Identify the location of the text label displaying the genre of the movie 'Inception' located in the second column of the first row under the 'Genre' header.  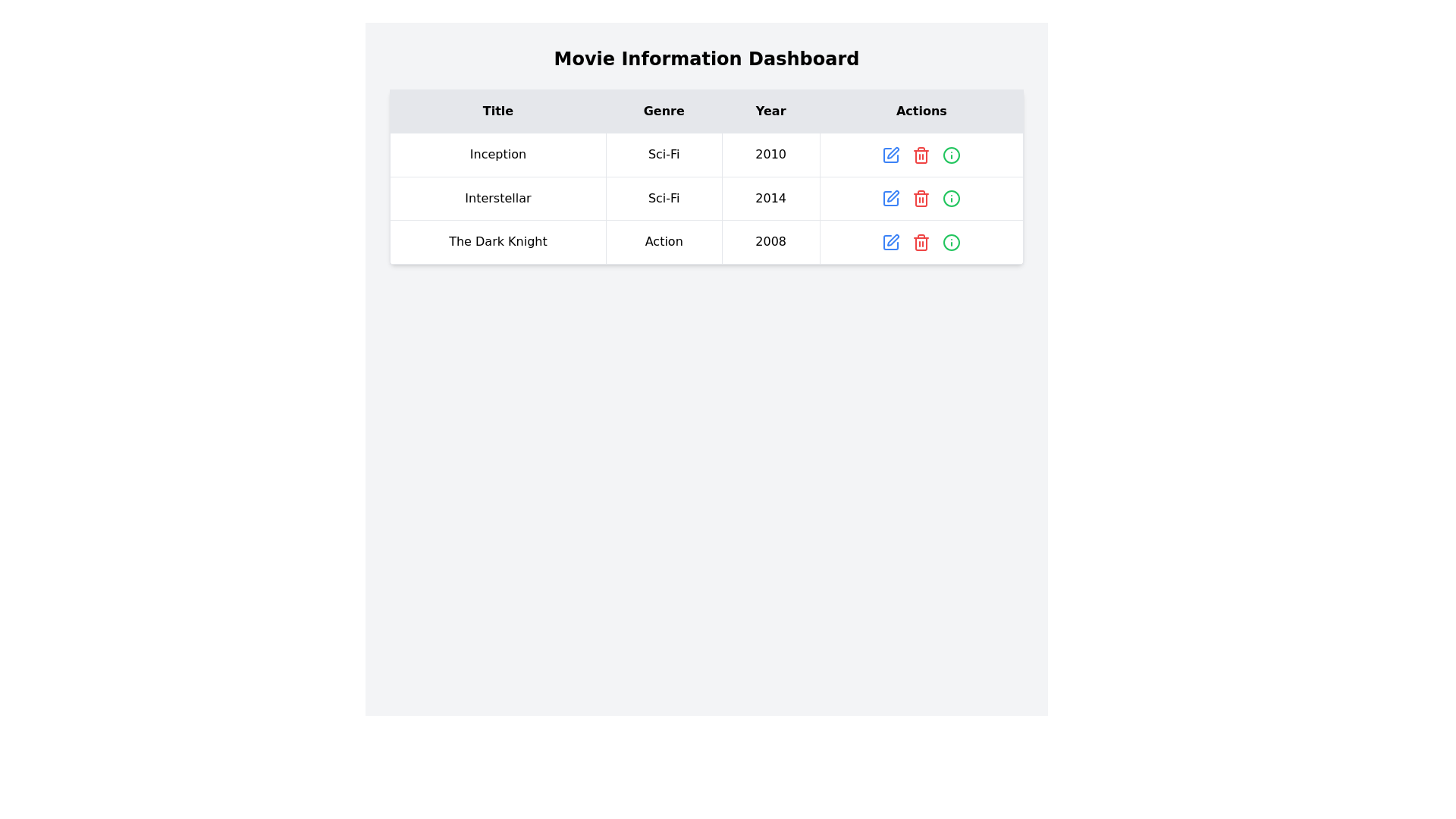
(664, 155).